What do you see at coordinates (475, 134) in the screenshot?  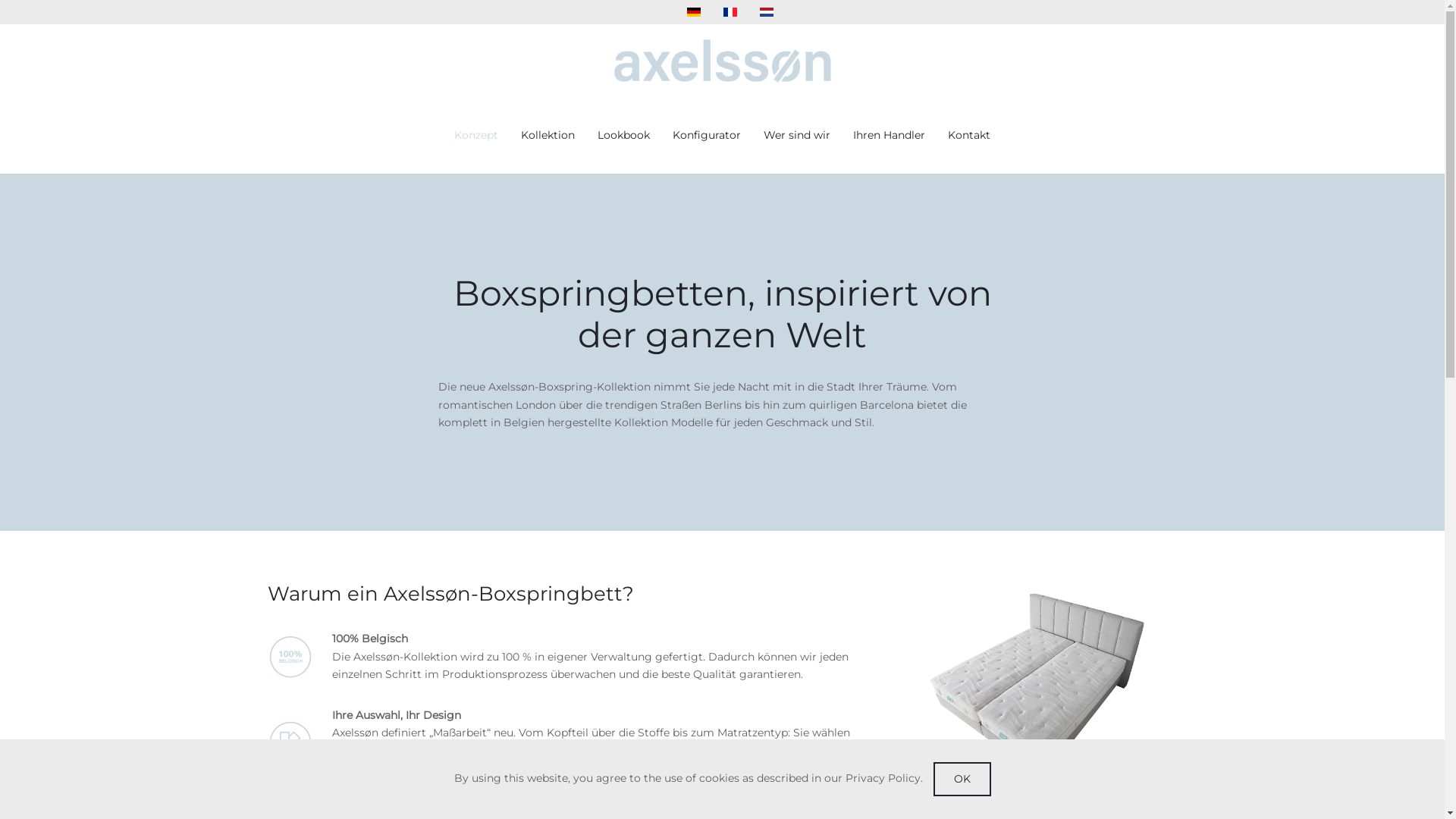 I see `'Konzept'` at bounding box center [475, 134].